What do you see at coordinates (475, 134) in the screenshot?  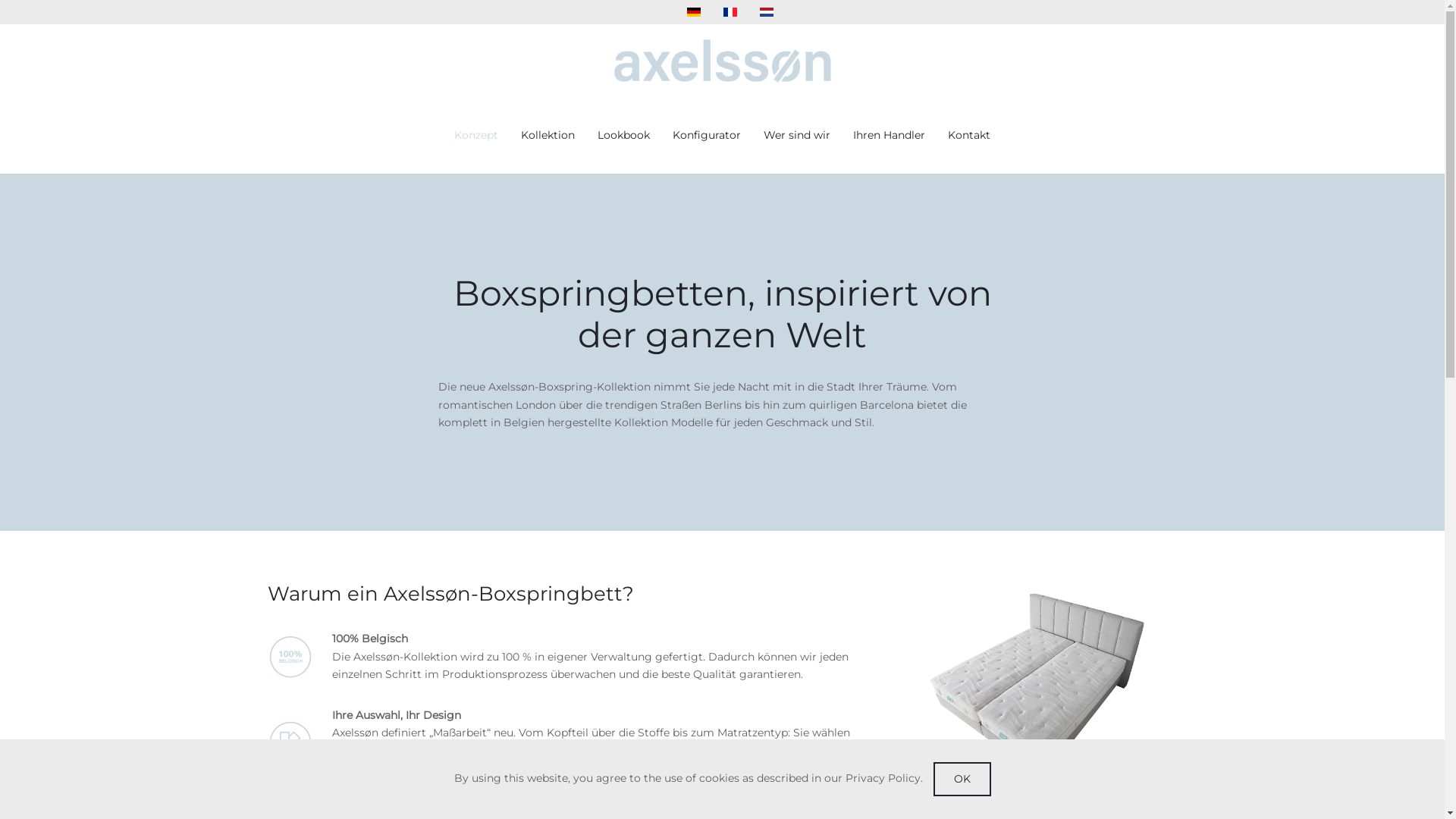 I see `'Konzept'` at bounding box center [475, 134].